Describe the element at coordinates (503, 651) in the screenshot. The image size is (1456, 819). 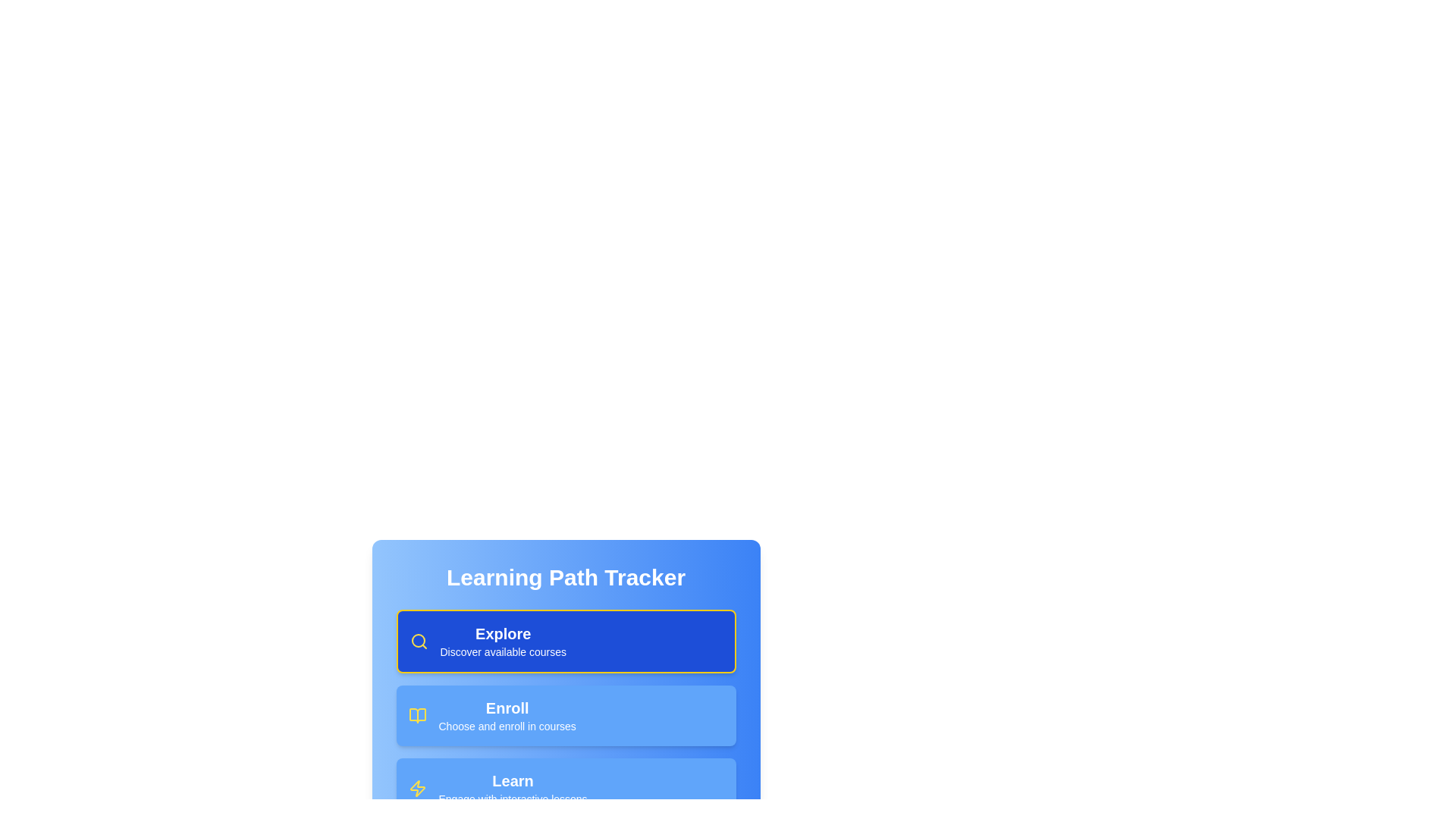
I see `the supporting text label located below the main title 'Explore' in the 'Explore' section of the interface` at that location.